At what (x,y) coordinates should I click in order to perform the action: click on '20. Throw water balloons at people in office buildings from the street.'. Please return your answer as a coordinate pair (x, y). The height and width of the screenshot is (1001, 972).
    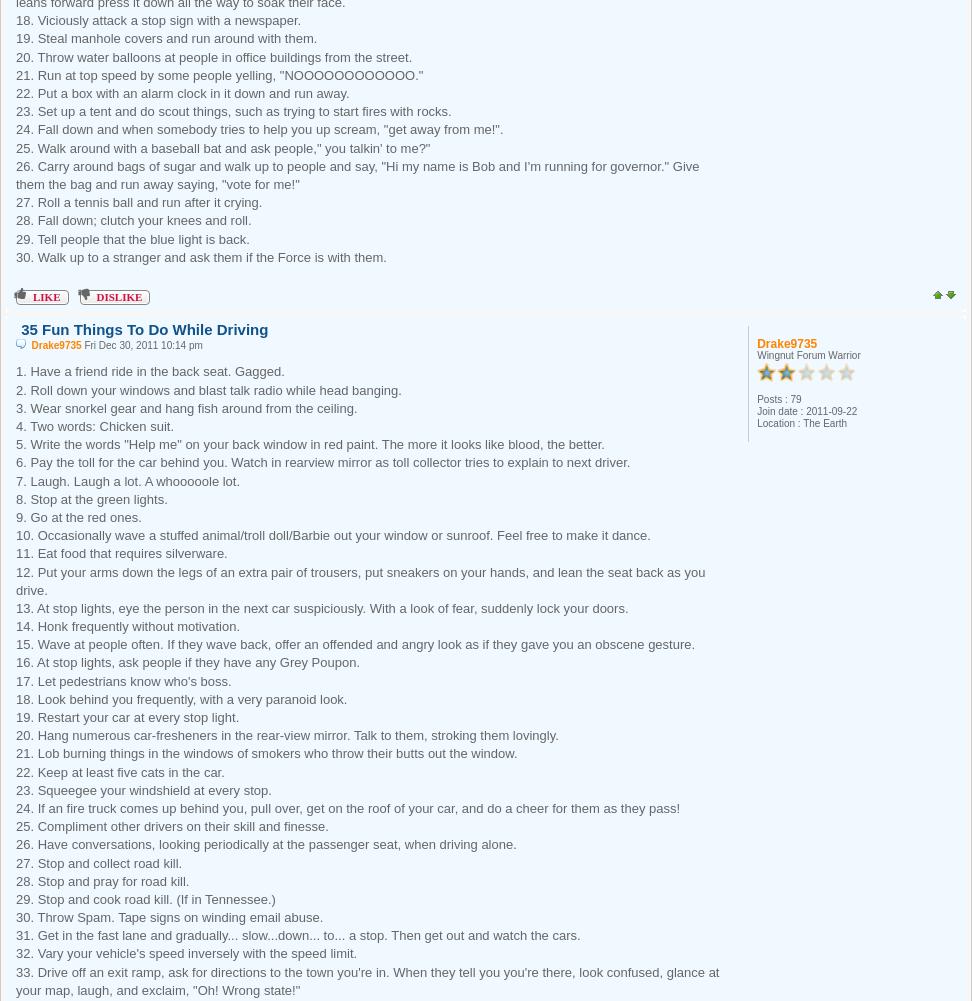
    Looking at the image, I should click on (16, 56).